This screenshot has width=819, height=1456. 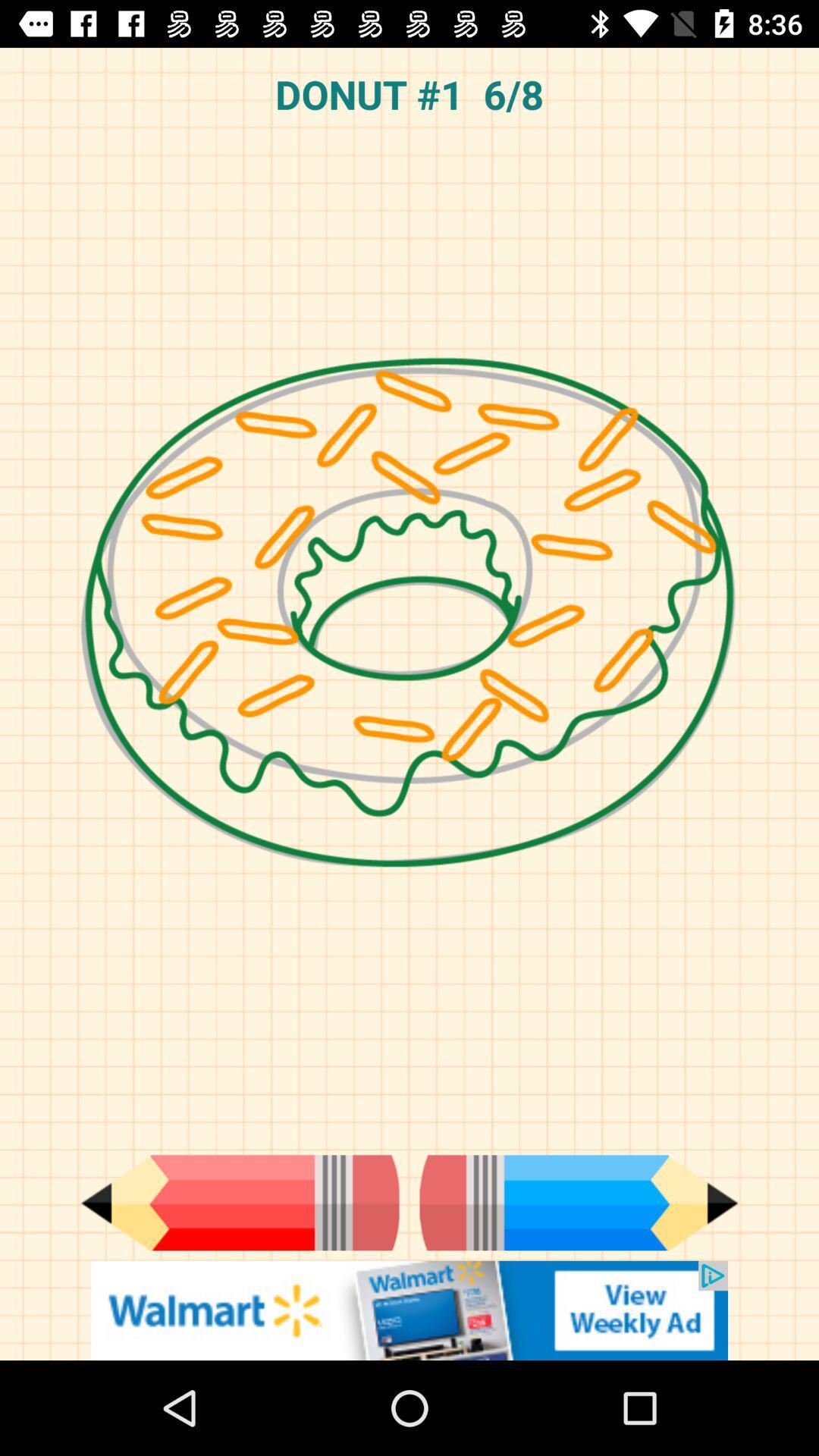 What do you see at coordinates (409, 1310) in the screenshot?
I see `banner advertisements` at bounding box center [409, 1310].